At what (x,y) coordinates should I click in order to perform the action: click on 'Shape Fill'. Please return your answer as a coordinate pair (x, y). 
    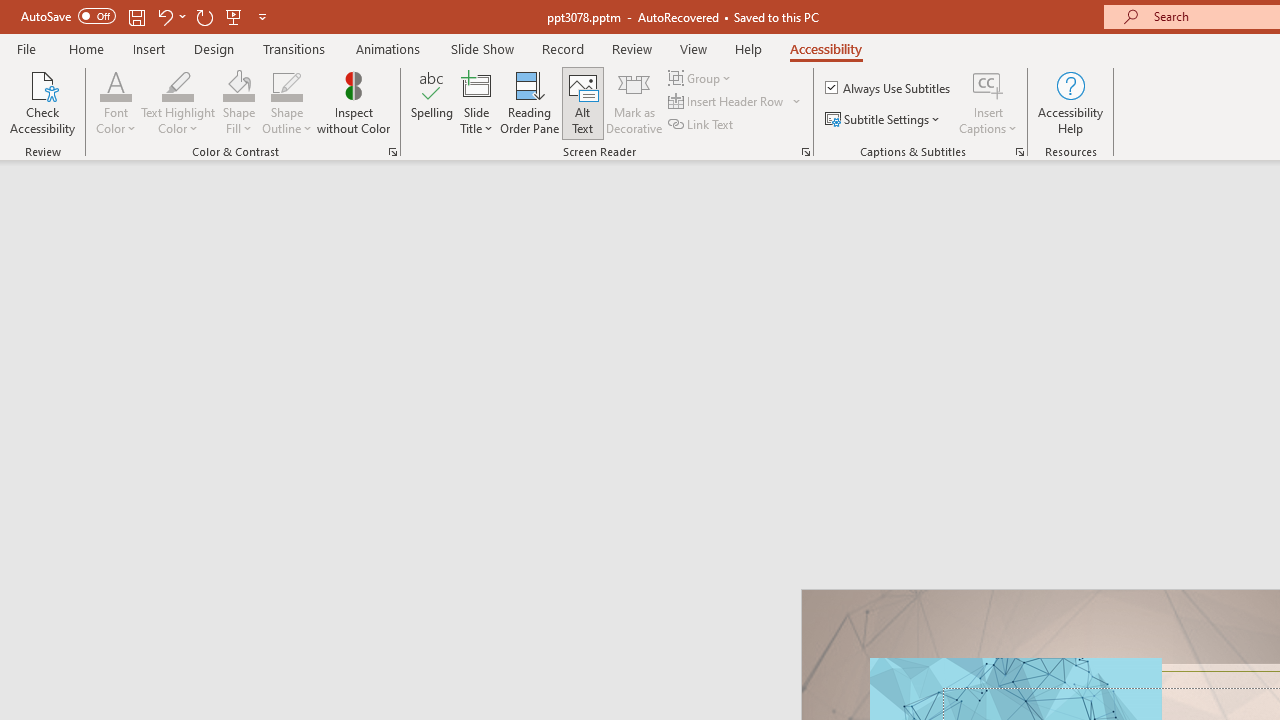
    Looking at the image, I should click on (238, 103).